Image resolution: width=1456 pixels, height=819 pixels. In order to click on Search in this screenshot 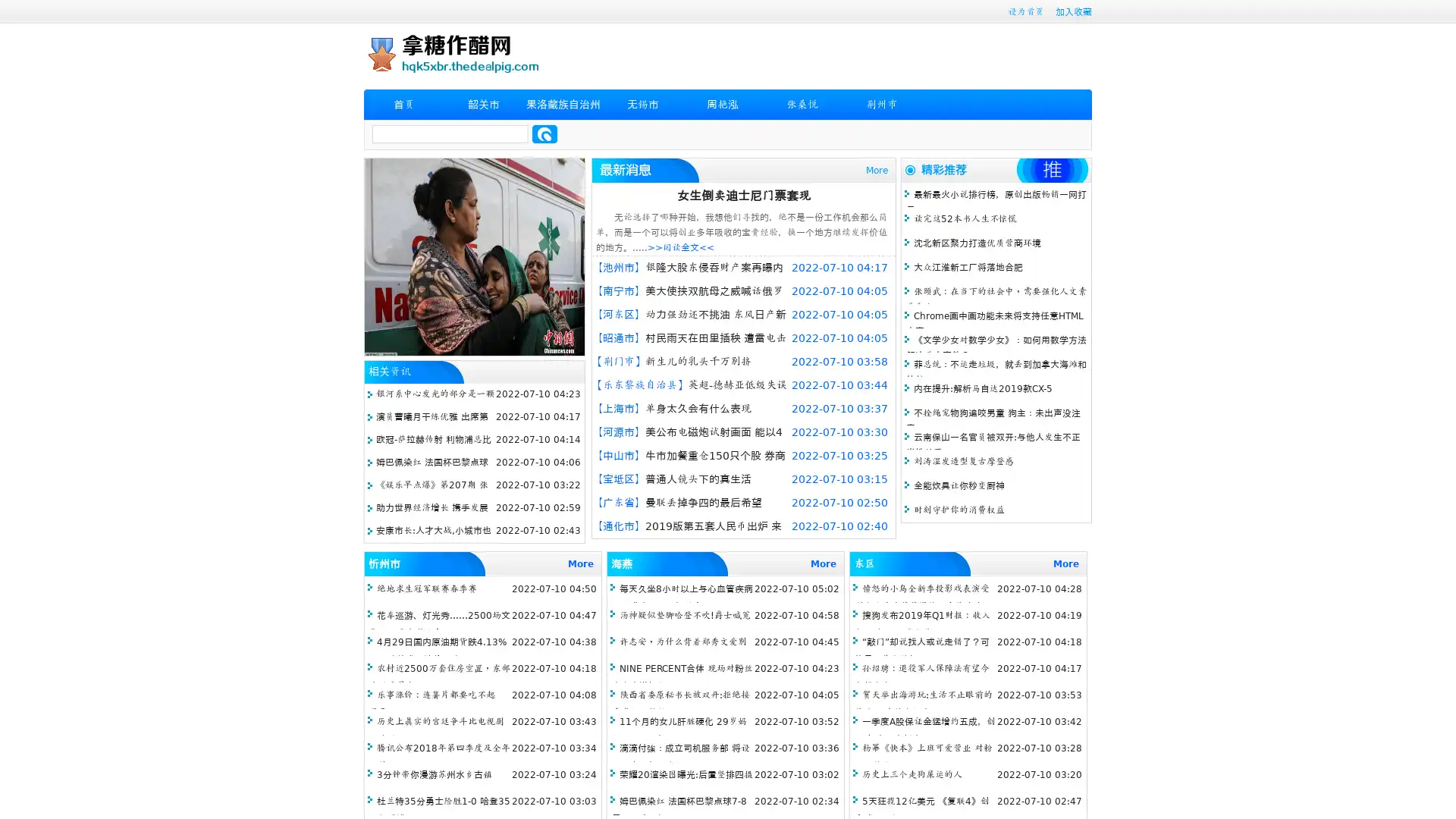, I will do `click(544, 133)`.